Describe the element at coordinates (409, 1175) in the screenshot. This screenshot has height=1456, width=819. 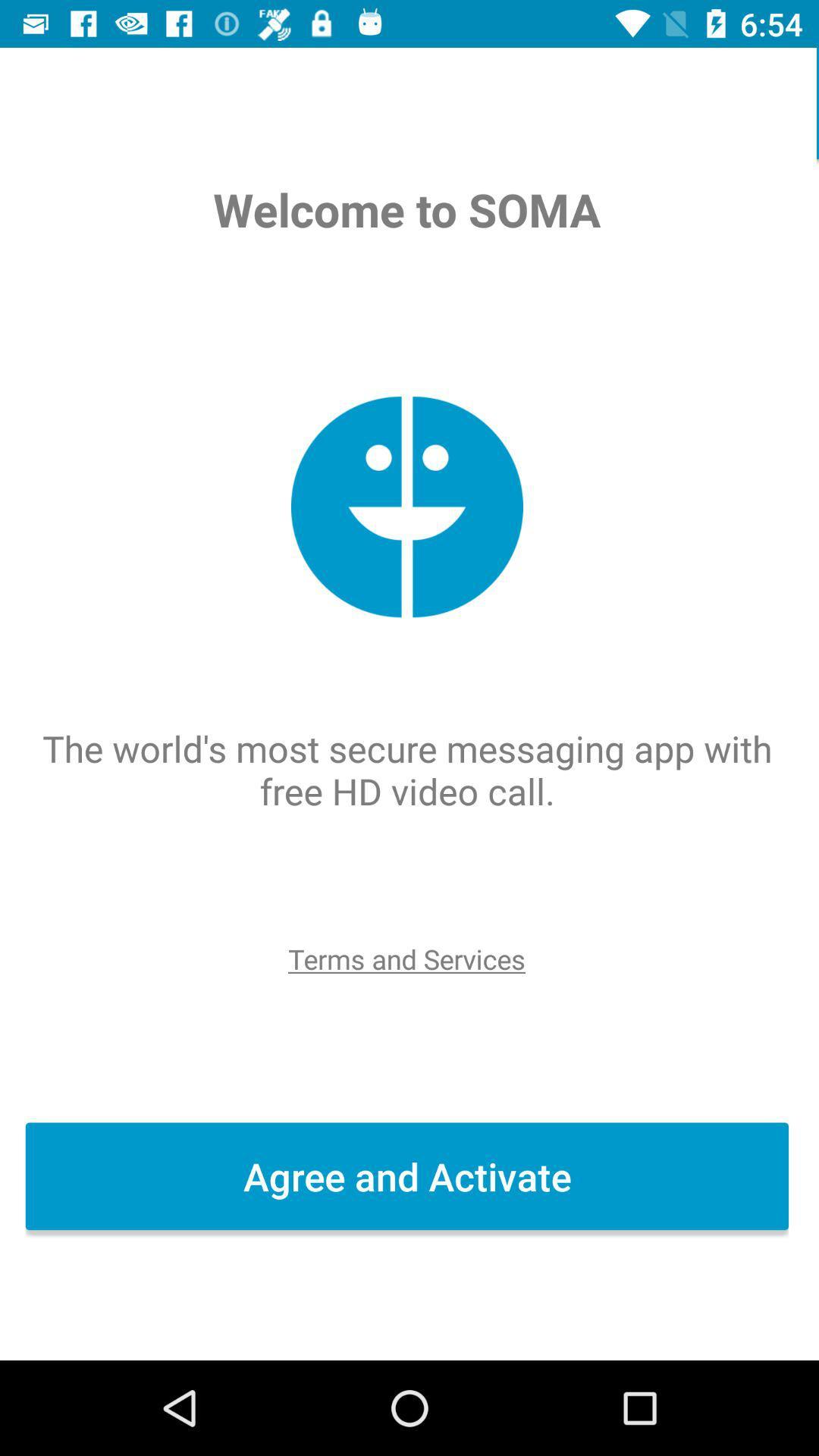
I see `item below terms and services item` at that location.